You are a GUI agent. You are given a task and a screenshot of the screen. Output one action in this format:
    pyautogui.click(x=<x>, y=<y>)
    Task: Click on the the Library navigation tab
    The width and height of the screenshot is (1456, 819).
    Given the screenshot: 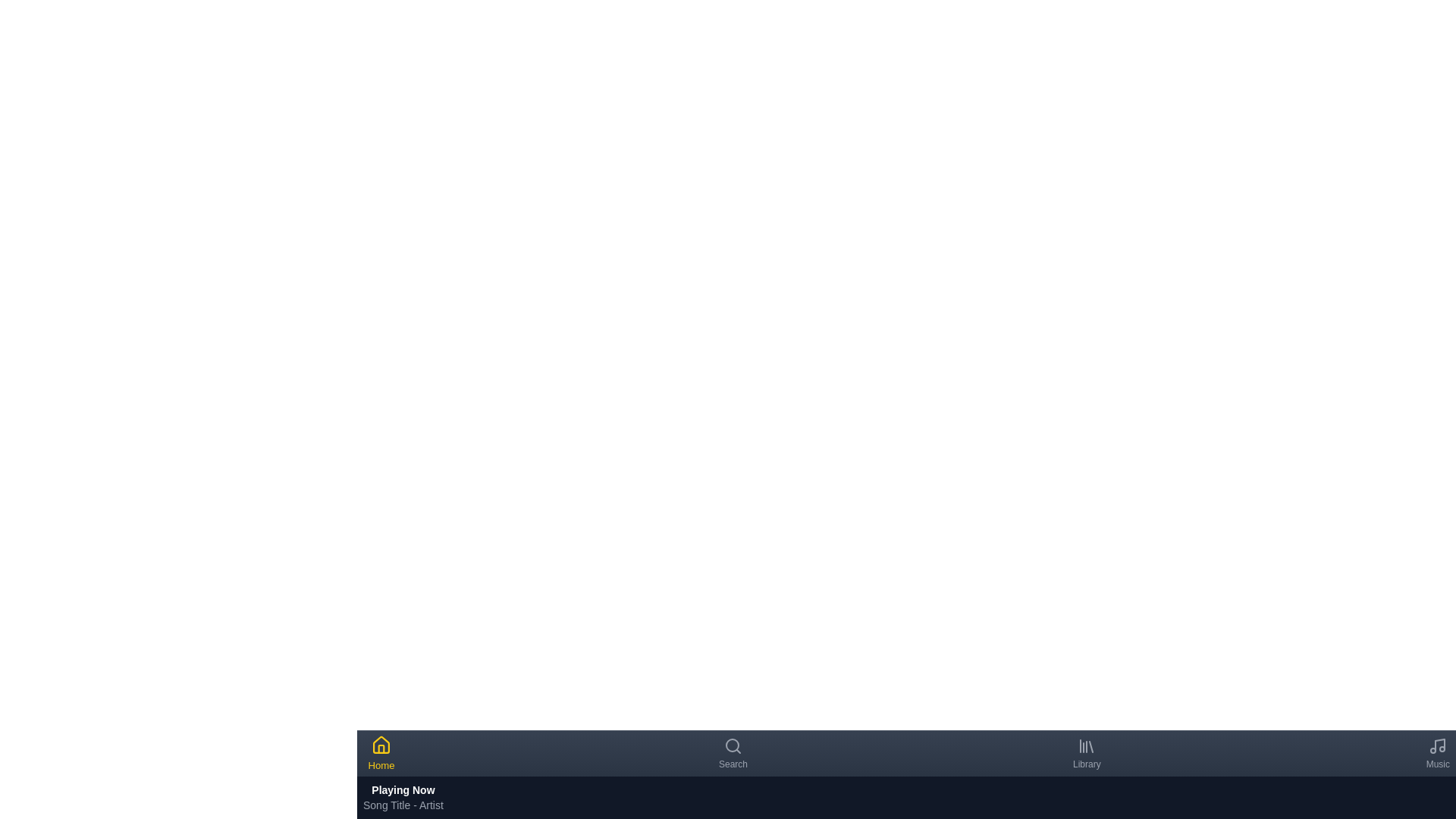 What is the action you would take?
    pyautogui.click(x=1086, y=754)
    